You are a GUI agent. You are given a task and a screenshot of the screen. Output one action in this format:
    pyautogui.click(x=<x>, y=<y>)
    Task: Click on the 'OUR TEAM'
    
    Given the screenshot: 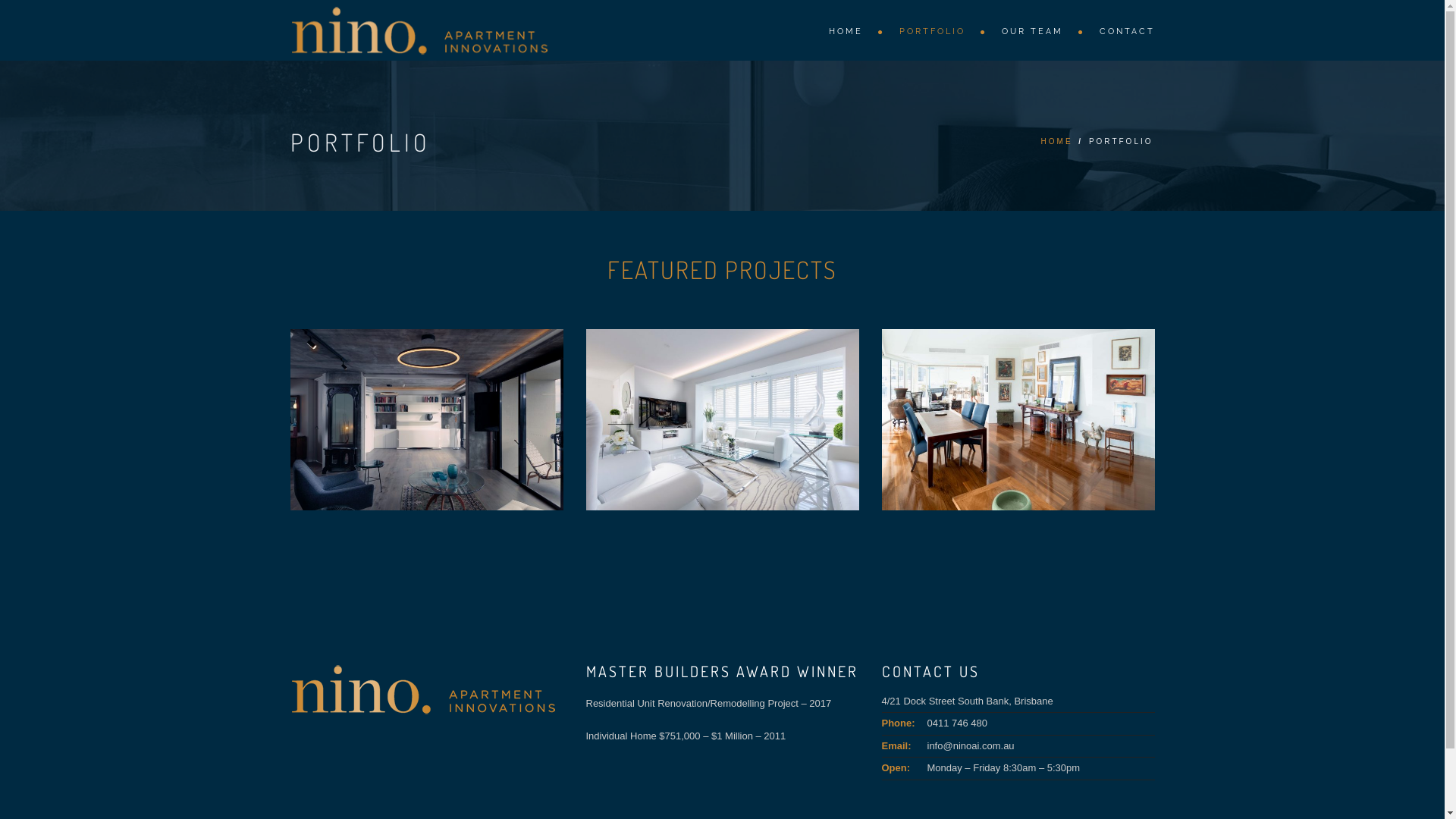 What is the action you would take?
    pyautogui.click(x=1034, y=30)
    